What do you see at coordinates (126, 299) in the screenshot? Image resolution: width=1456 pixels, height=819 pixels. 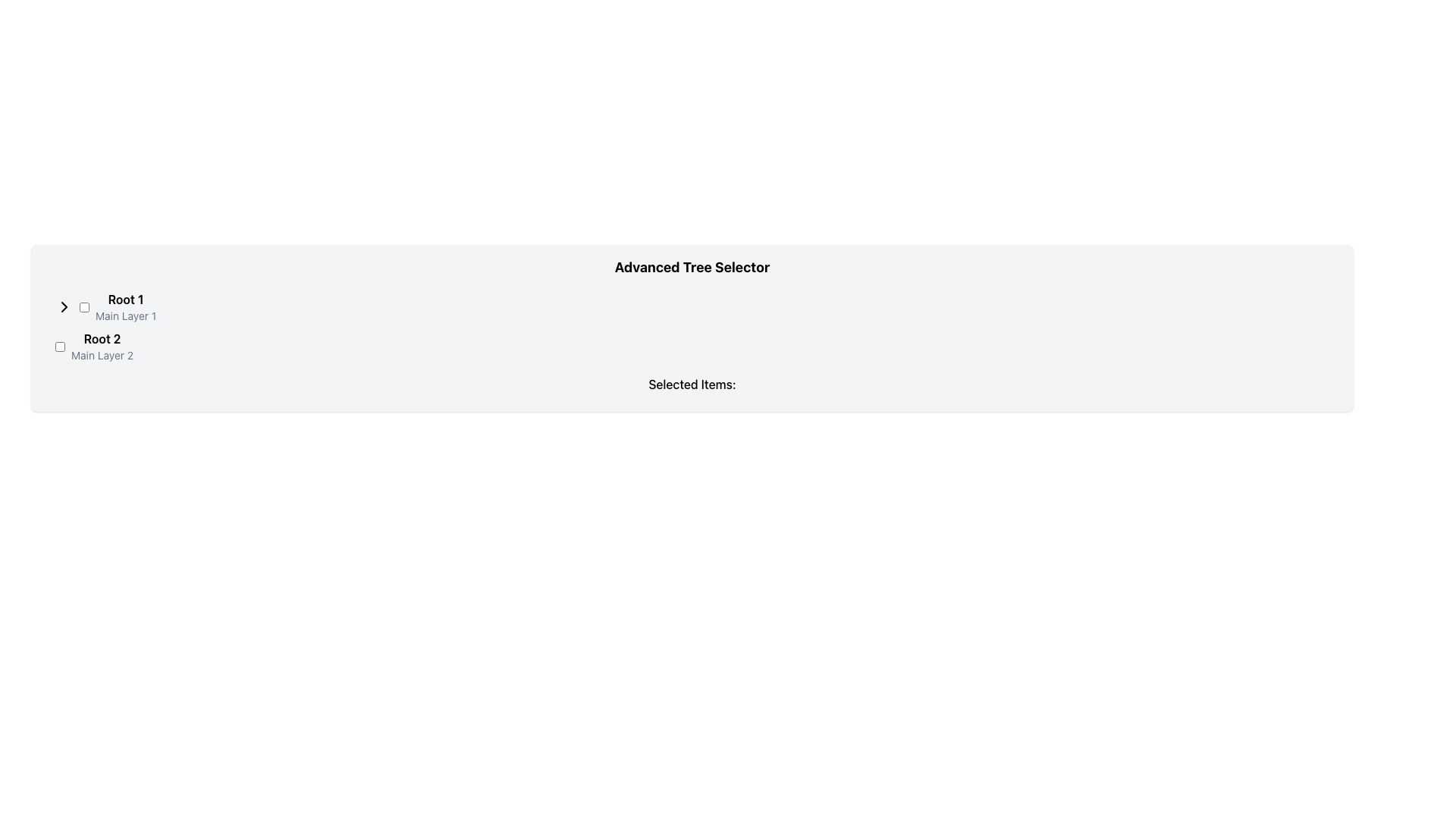 I see `the first text label indicating the title of the first root element in the tree hierarchy, which is positioned above 'Main Layer 1'` at bounding box center [126, 299].